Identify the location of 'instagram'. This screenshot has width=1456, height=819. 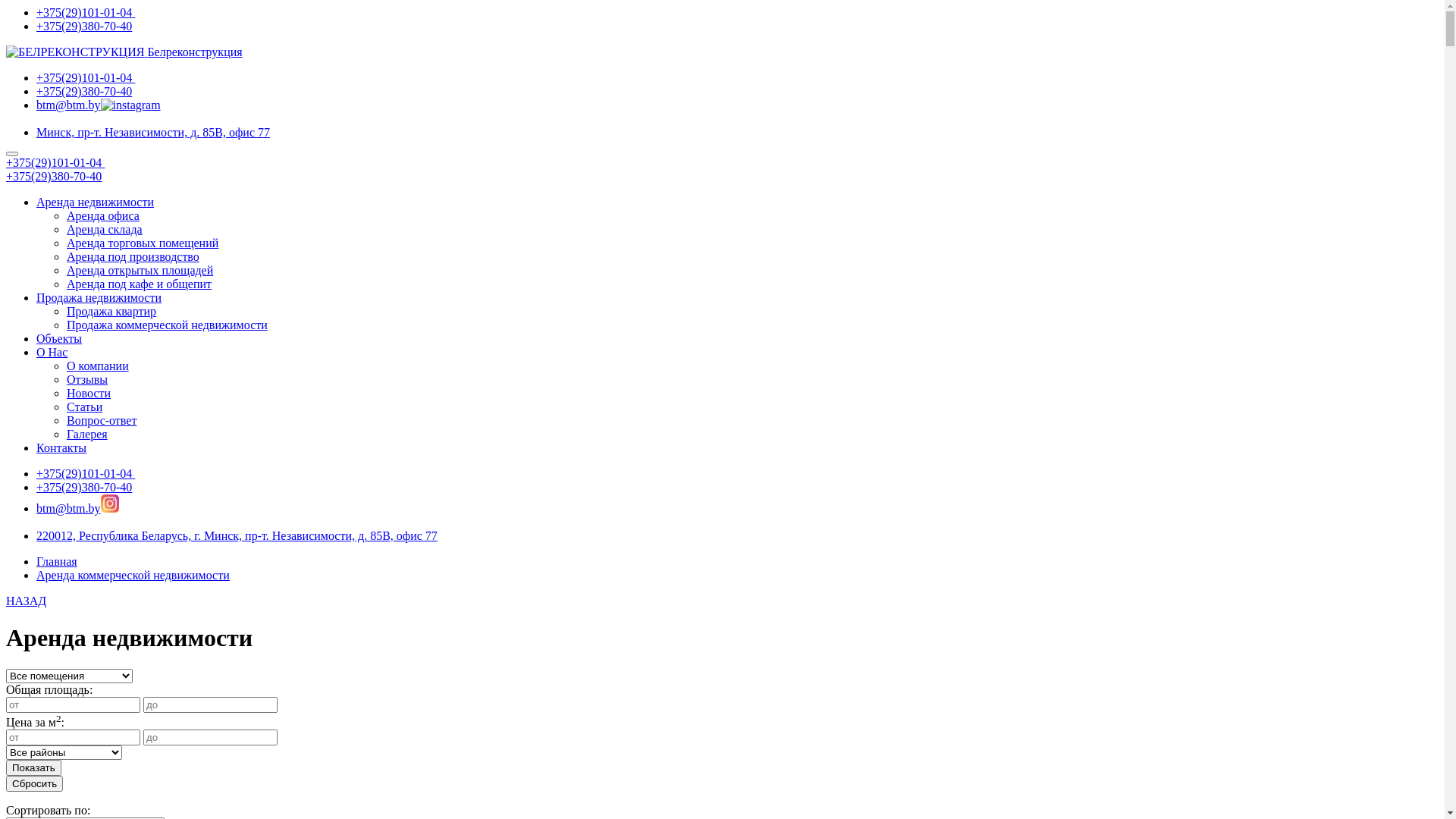
(108, 503).